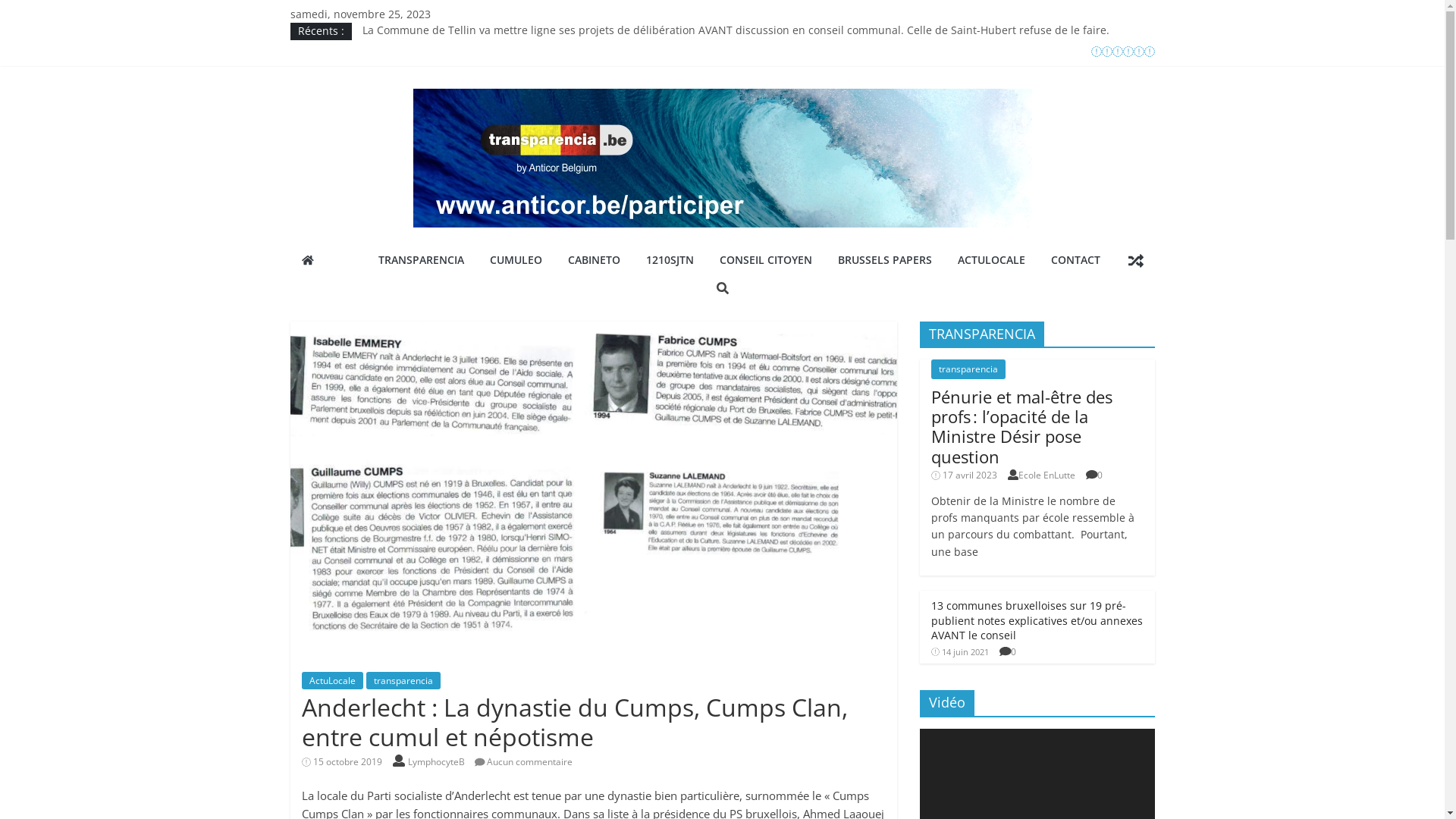  I want to click on 'Transparencia au Parlement Wallon', so click(362, 64).